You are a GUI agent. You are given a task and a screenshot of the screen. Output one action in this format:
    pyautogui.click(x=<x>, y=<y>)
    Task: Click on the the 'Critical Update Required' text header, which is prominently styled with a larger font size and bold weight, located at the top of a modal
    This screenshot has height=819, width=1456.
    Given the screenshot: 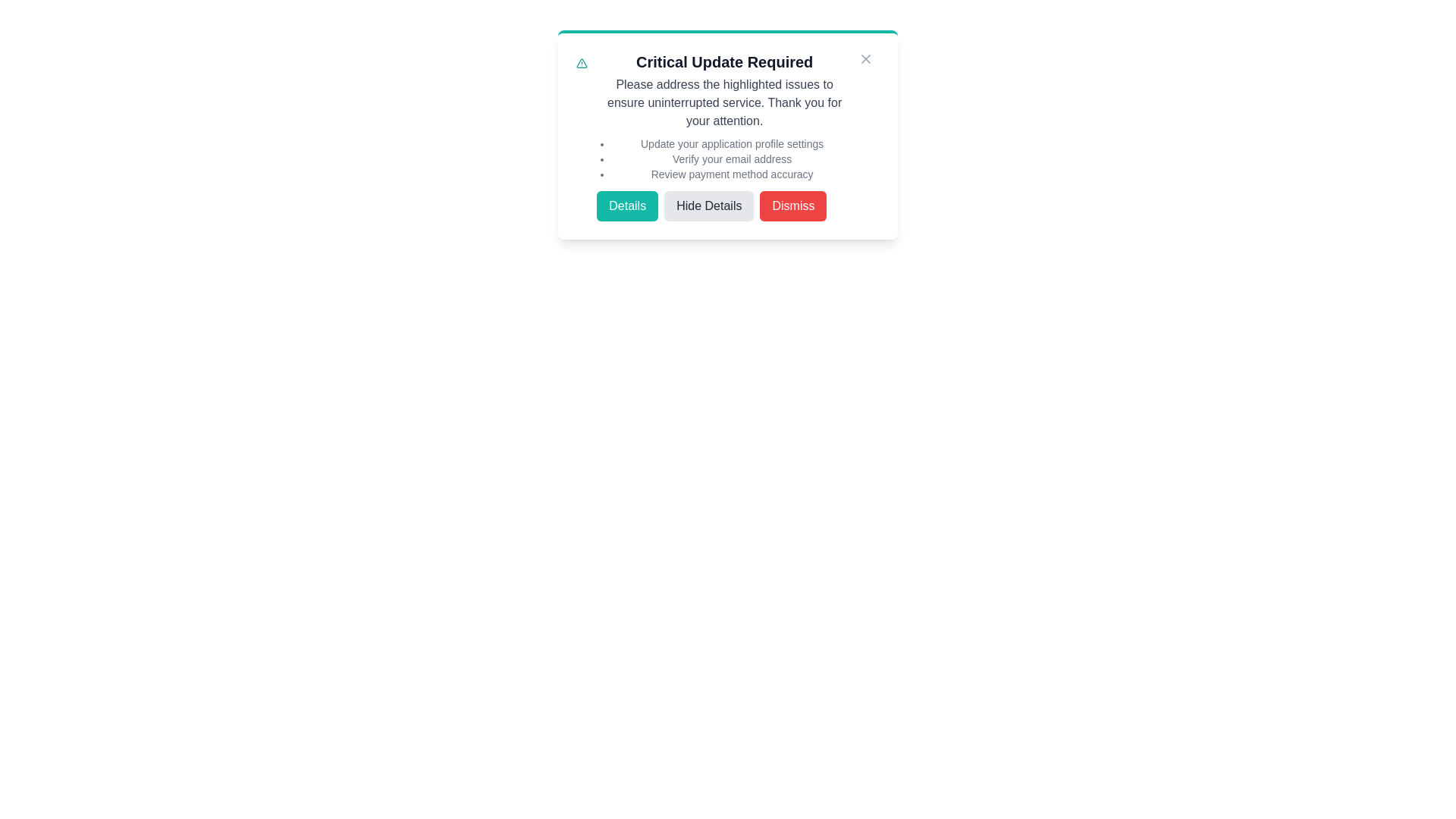 What is the action you would take?
    pyautogui.click(x=723, y=61)
    